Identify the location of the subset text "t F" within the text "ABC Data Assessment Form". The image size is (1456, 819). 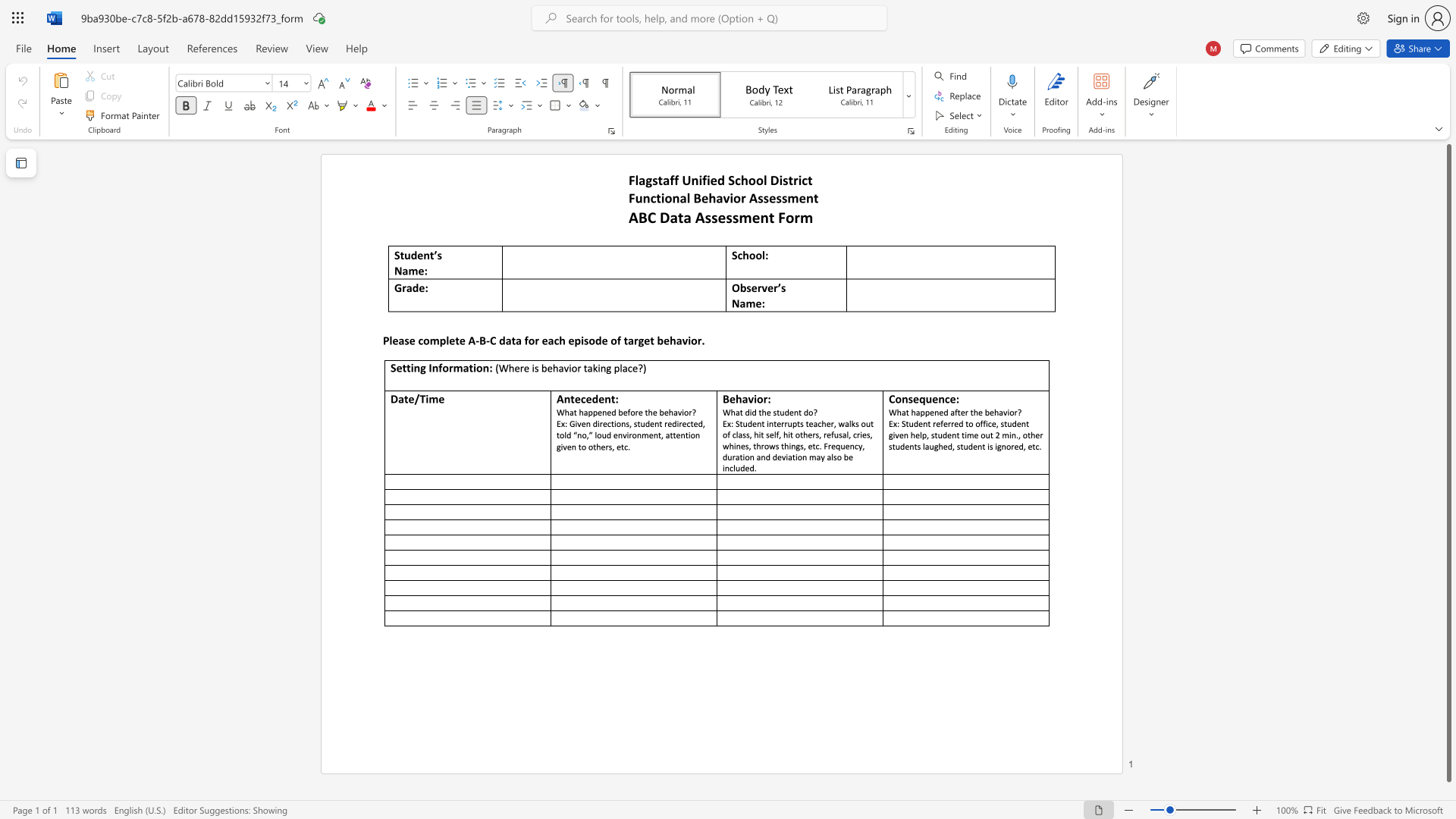
(768, 217).